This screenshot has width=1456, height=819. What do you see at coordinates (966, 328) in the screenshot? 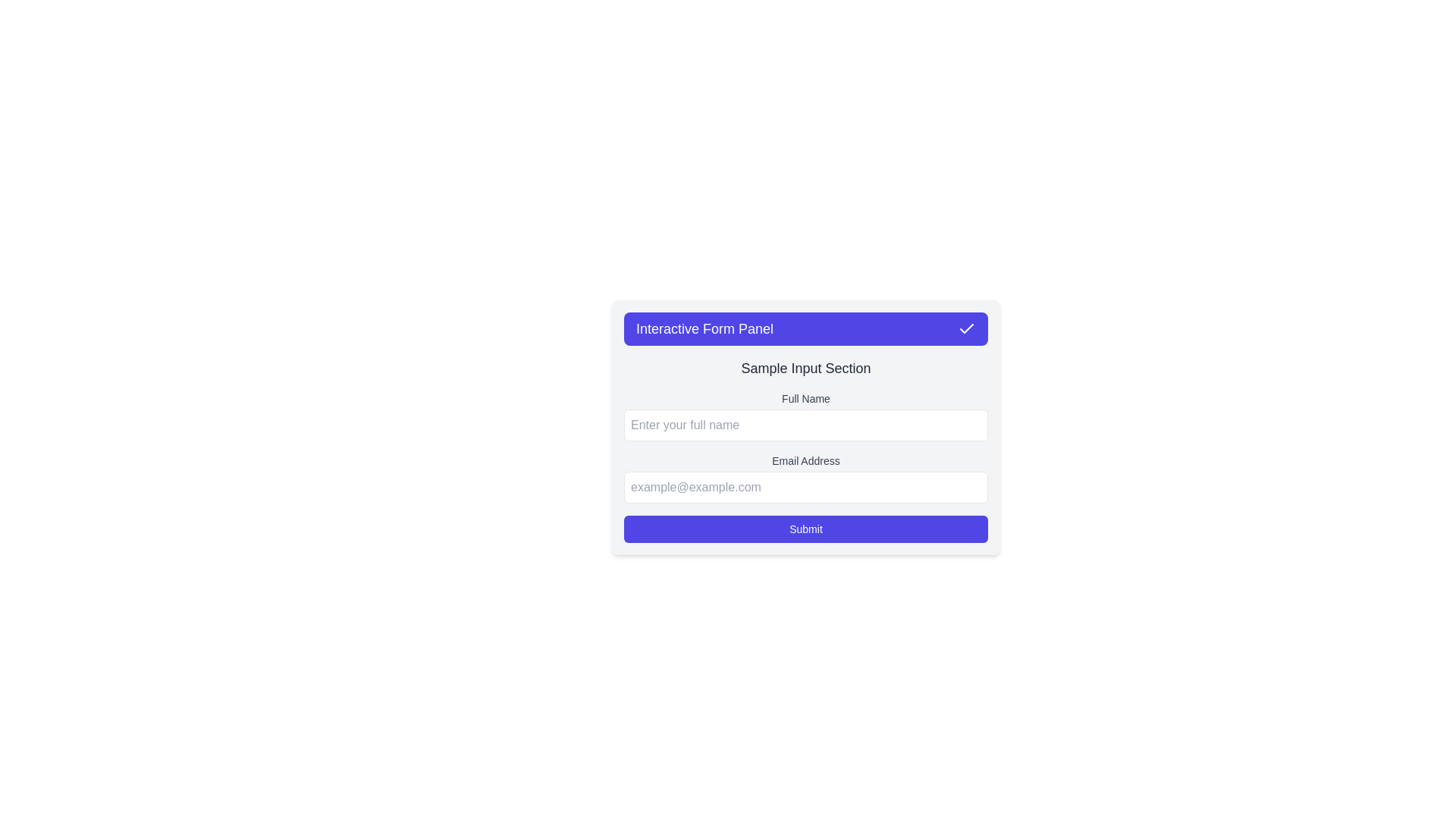
I see `the small white checkmark icon located on the right side of the purple header labeled 'Interactive Form Panel'` at bounding box center [966, 328].